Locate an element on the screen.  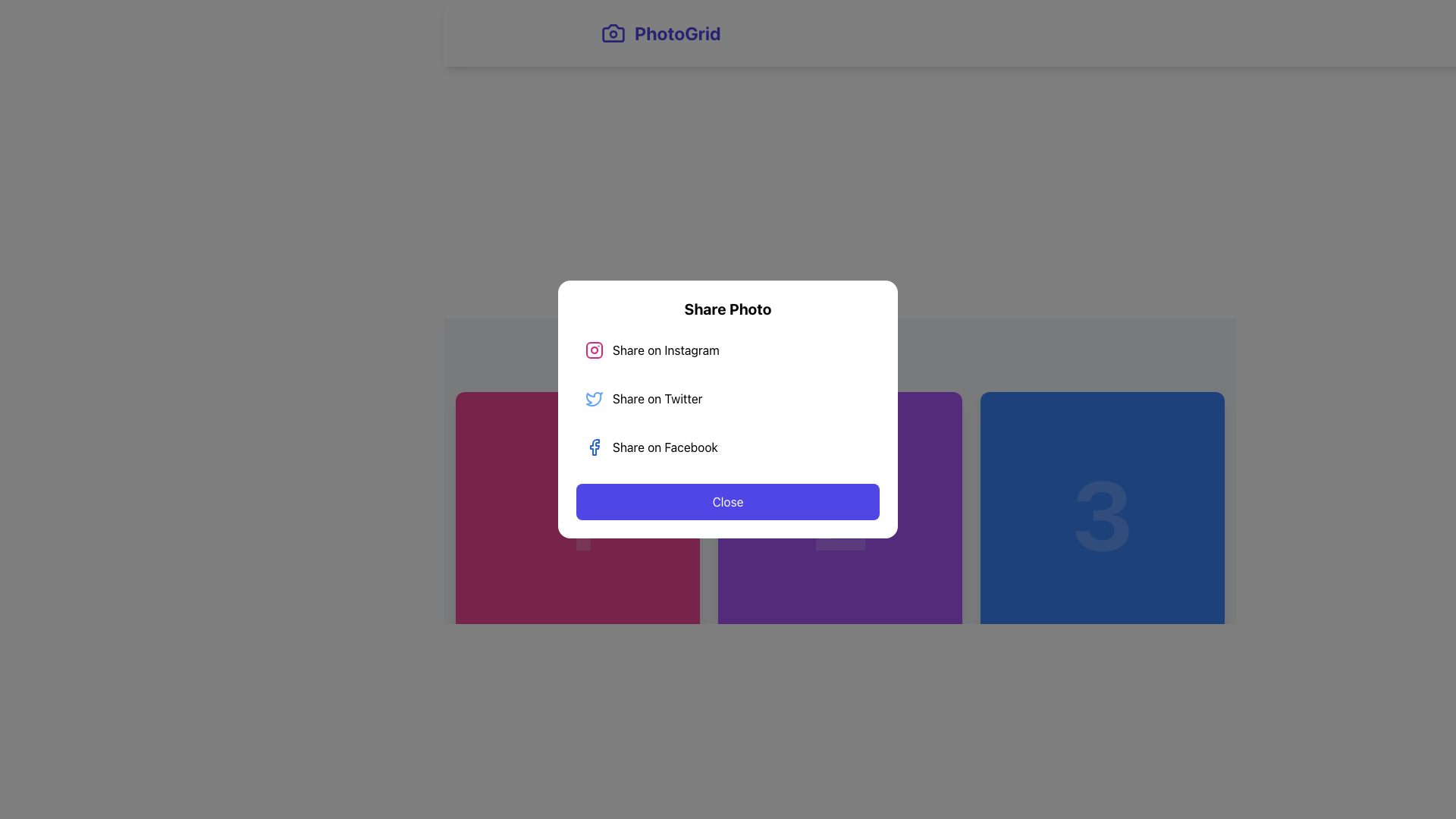
the sharing options in the 'Share Photo' modal dialog, which has a white background and rounded corners, featuring a bold title at the top and a 'Close' button at the bottom is located at coordinates (728, 409).